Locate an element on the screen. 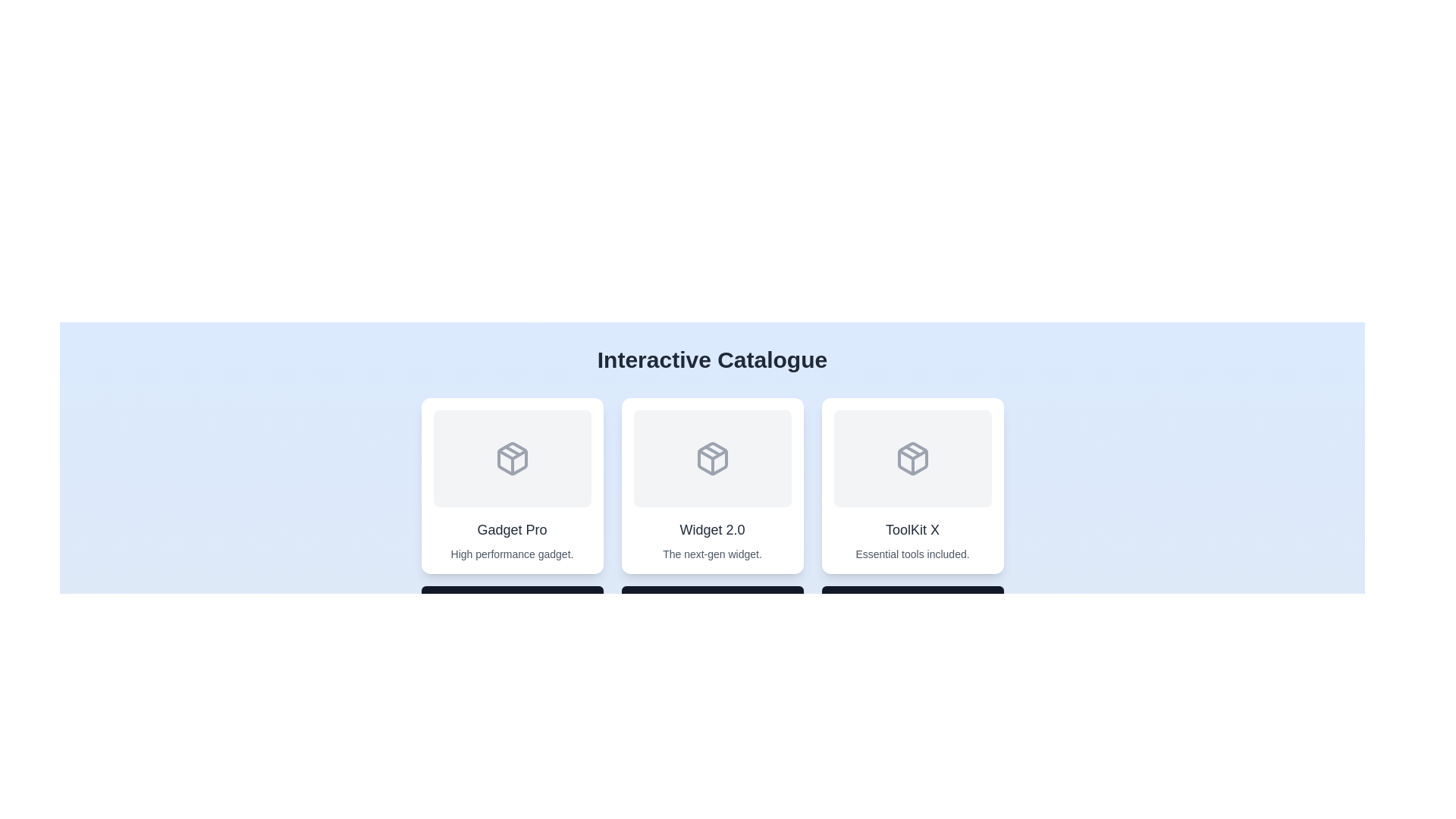 This screenshot has width=1456, height=819. tooltip content located at the bottom of the 'Gadget Pro' card, which provides additional information about its action or purpose is located at coordinates (512, 598).